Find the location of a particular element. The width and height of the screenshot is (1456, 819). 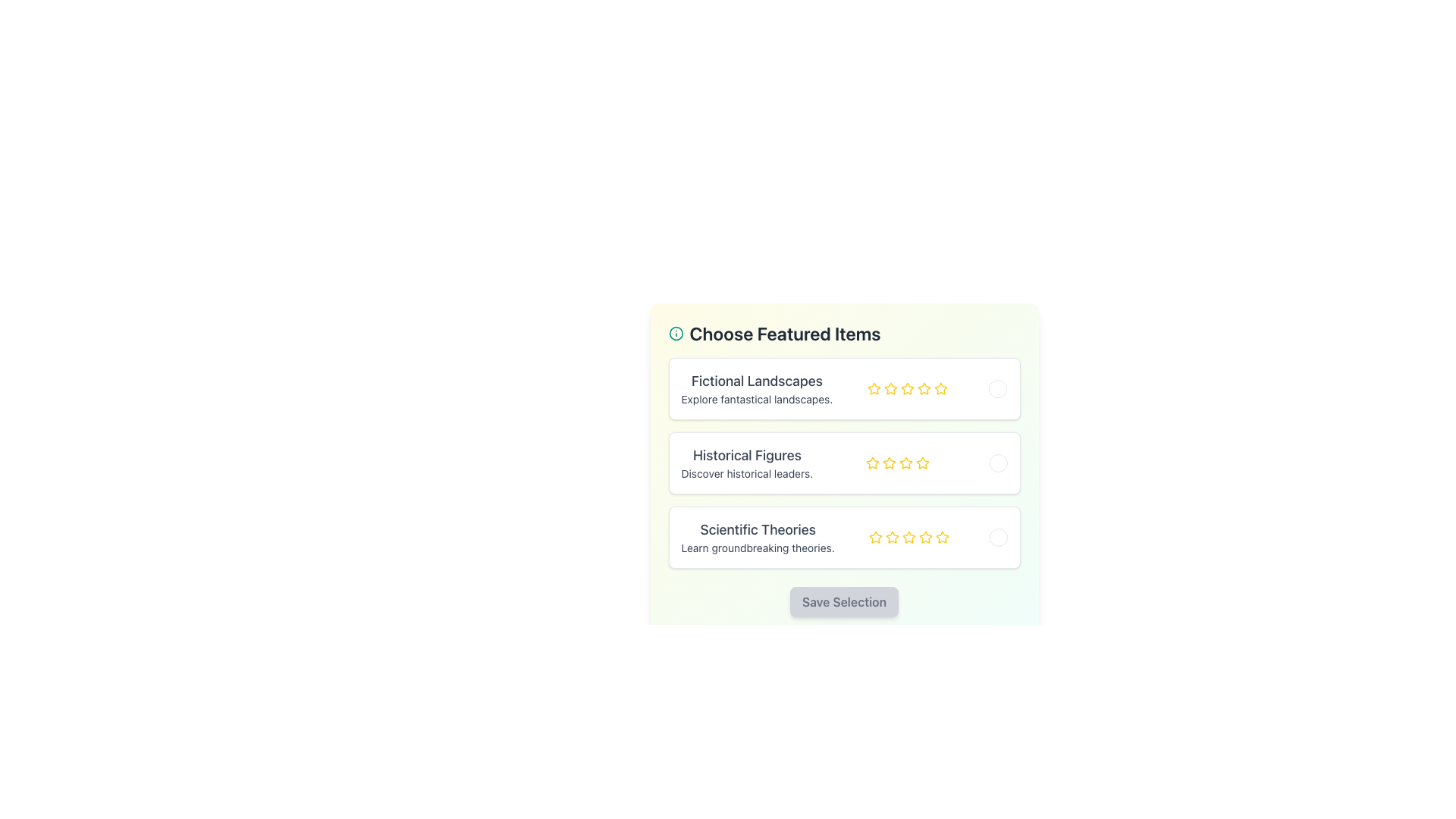

the fifth star icon with a yellow outline in the rating section of the 'Scientific Theories' list item is located at coordinates (941, 537).